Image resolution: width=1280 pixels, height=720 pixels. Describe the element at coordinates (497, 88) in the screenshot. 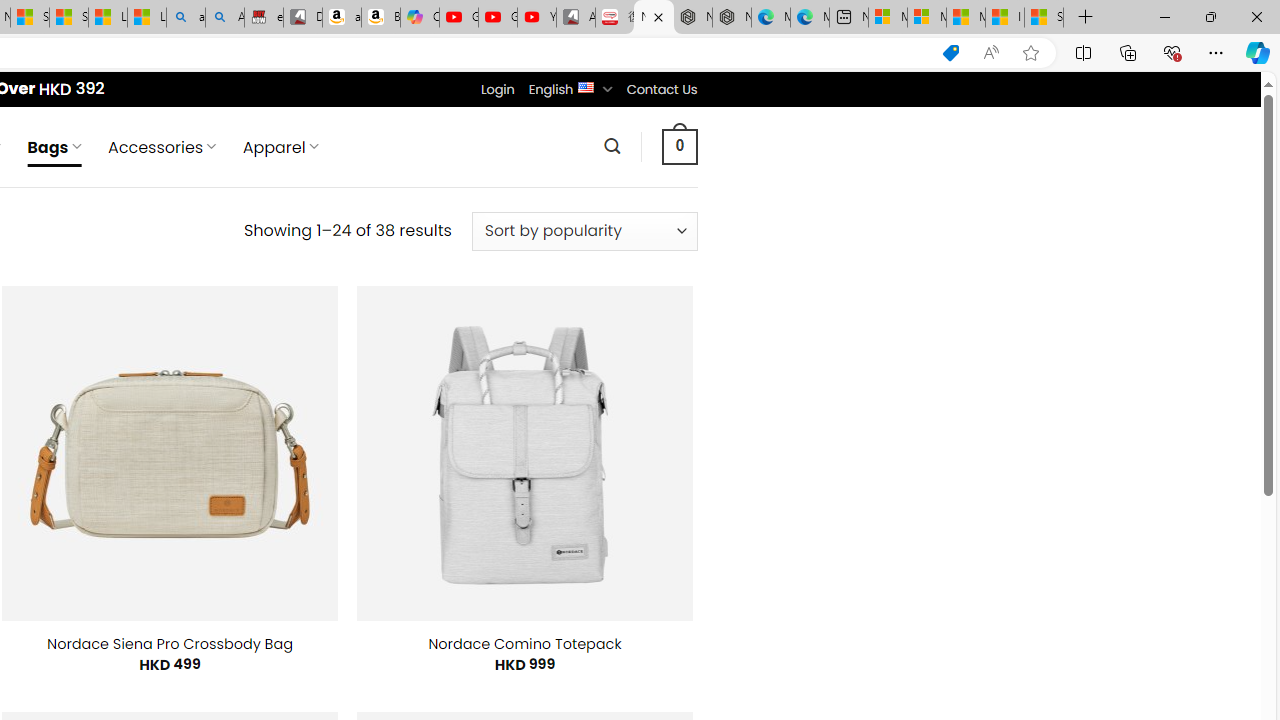

I see `'Login'` at that location.